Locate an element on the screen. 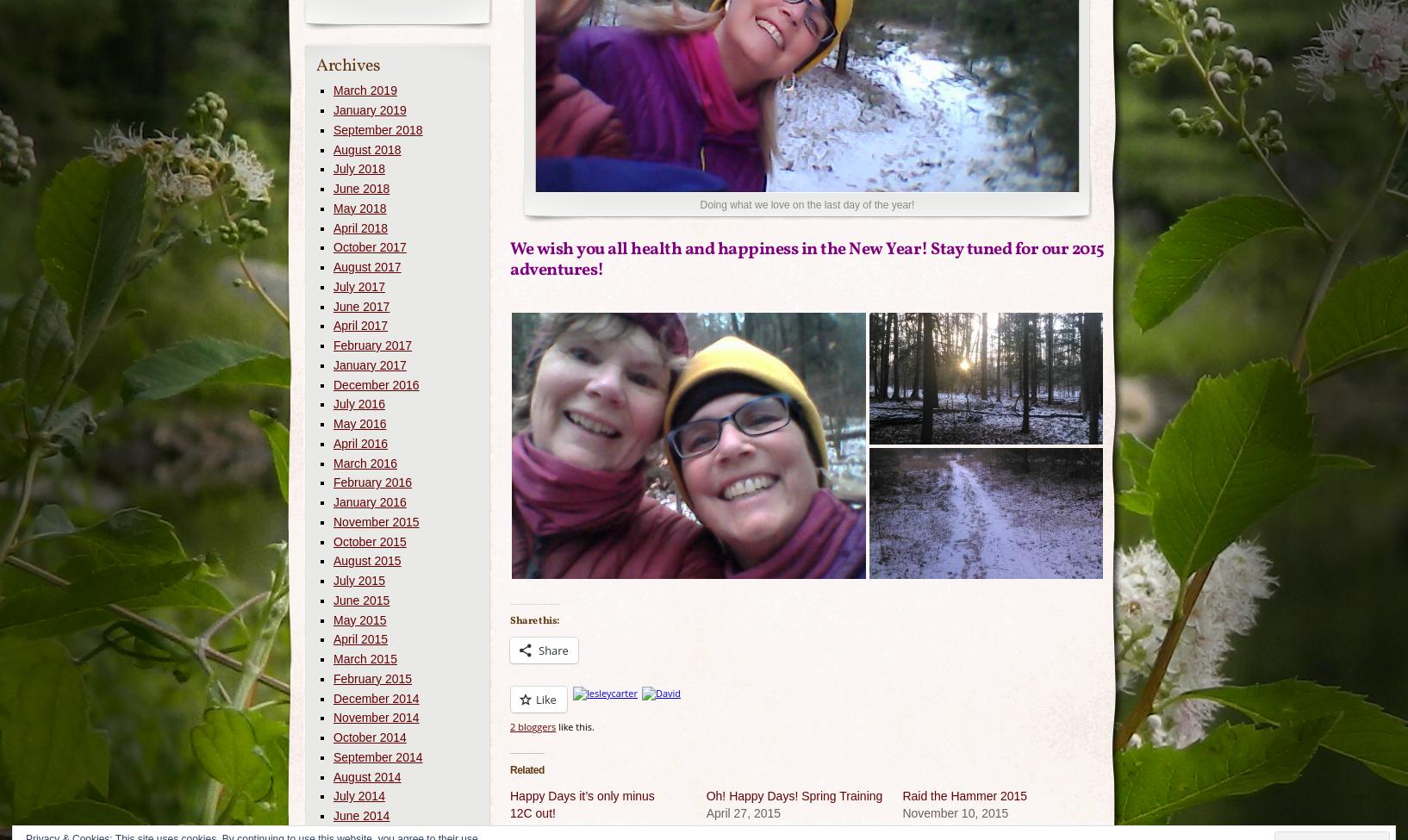  'June 2018' is located at coordinates (361, 188).